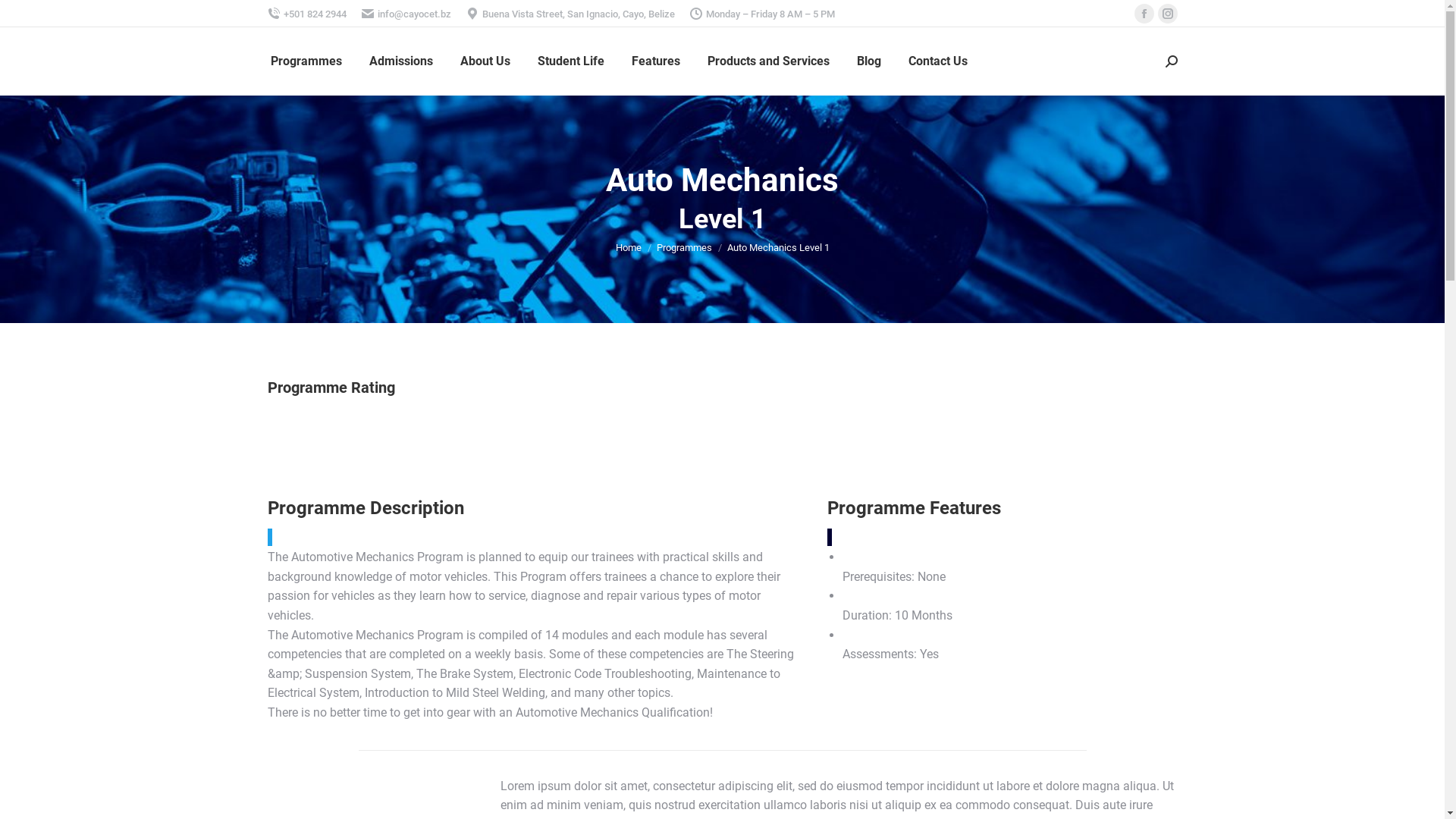 The height and width of the screenshot is (819, 1456). I want to click on 'Contact Us', so click(937, 61).